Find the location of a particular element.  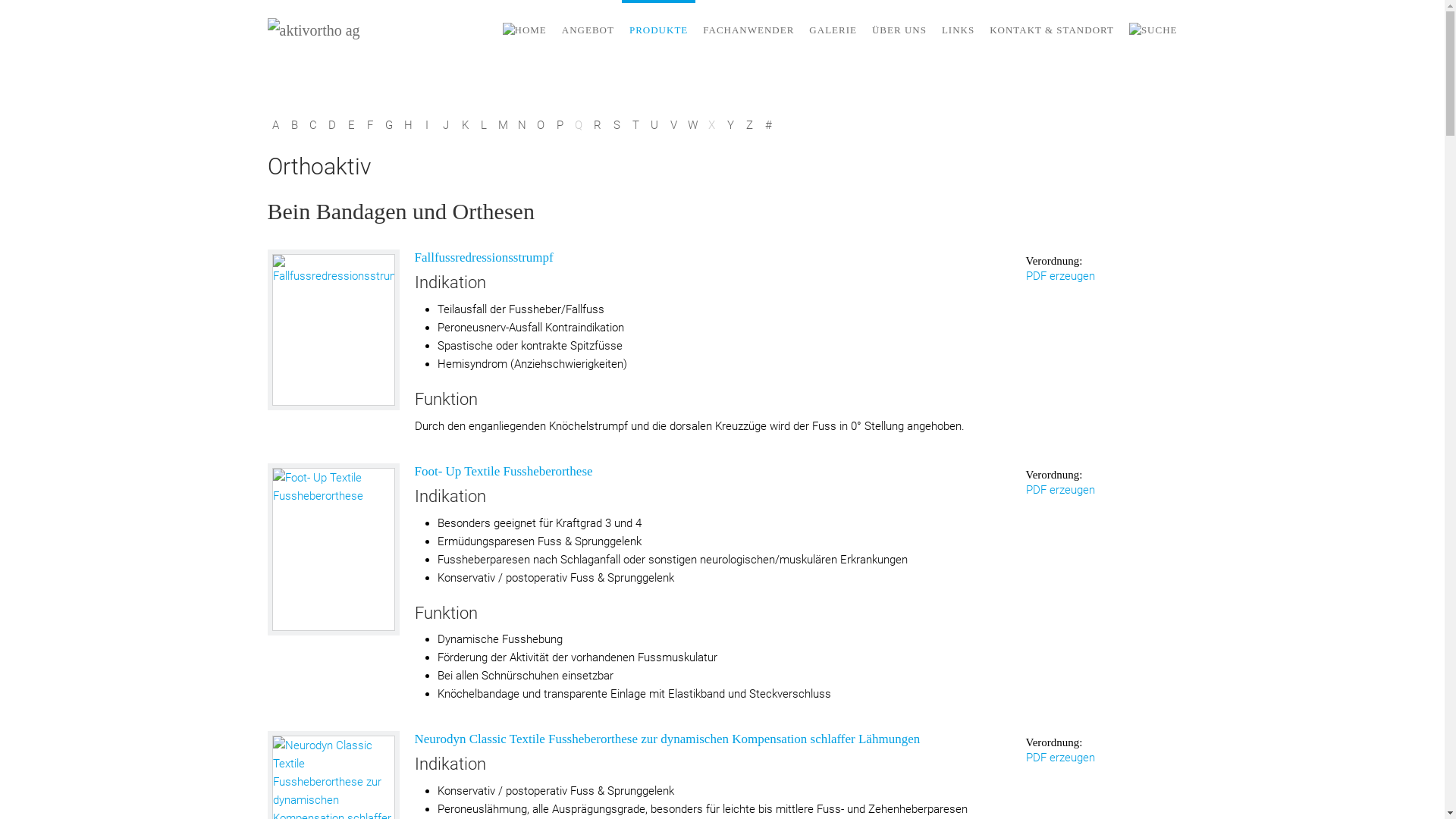

'A' is located at coordinates (275, 124).